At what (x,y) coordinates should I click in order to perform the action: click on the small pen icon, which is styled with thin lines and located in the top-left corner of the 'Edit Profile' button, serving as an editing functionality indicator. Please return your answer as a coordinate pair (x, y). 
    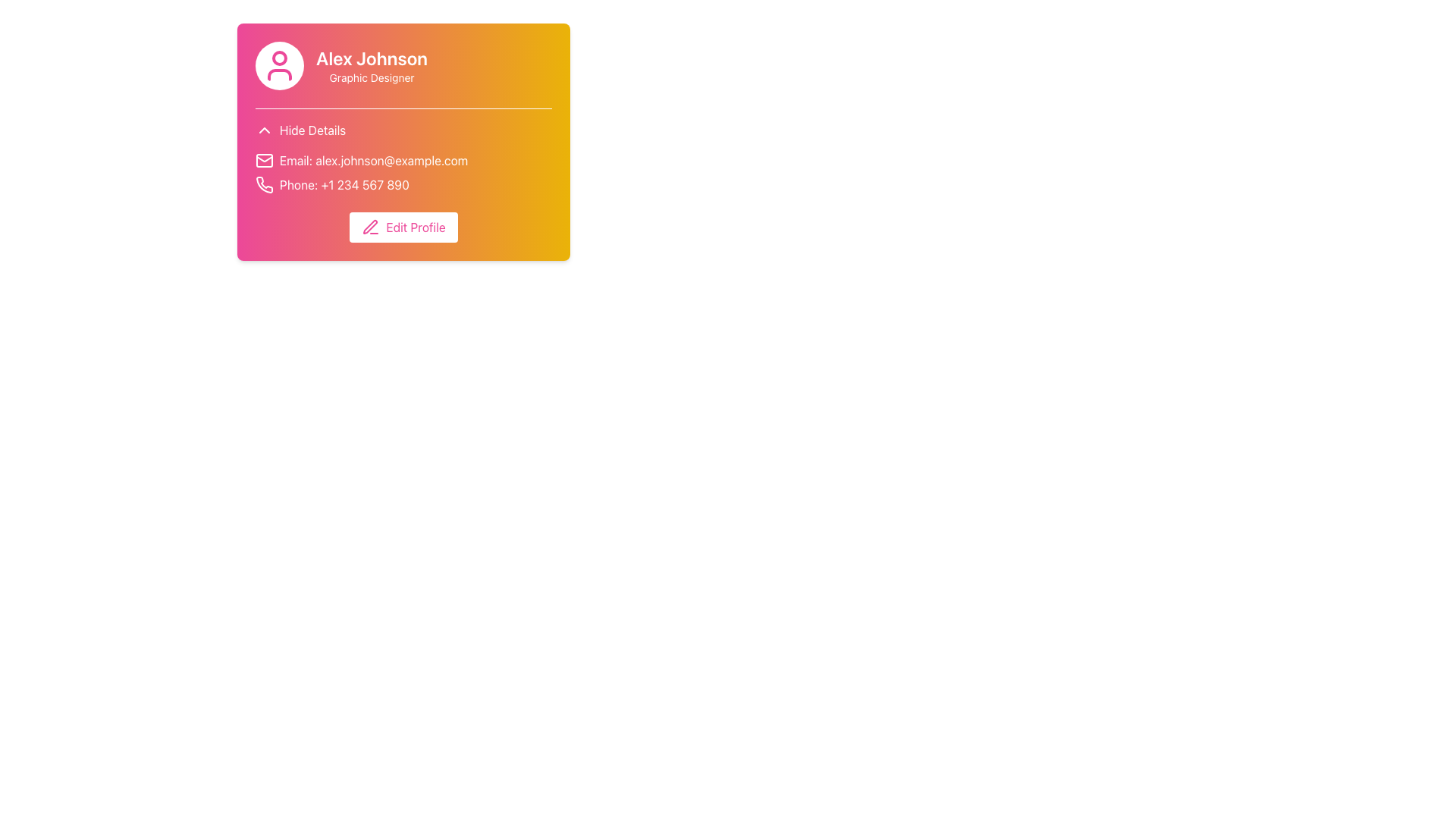
    Looking at the image, I should click on (370, 227).